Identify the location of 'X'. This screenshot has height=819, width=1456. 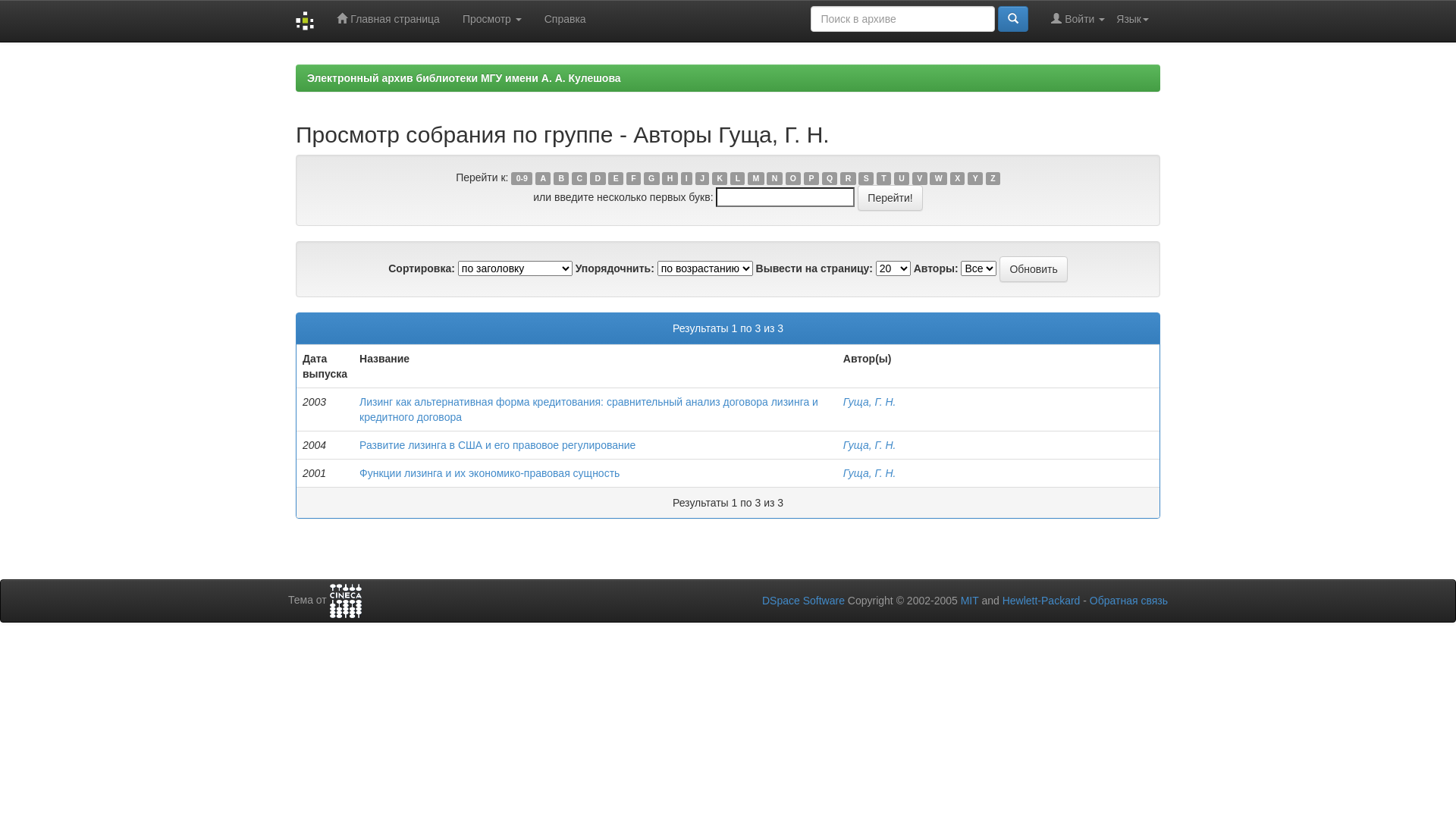
(956, 177).